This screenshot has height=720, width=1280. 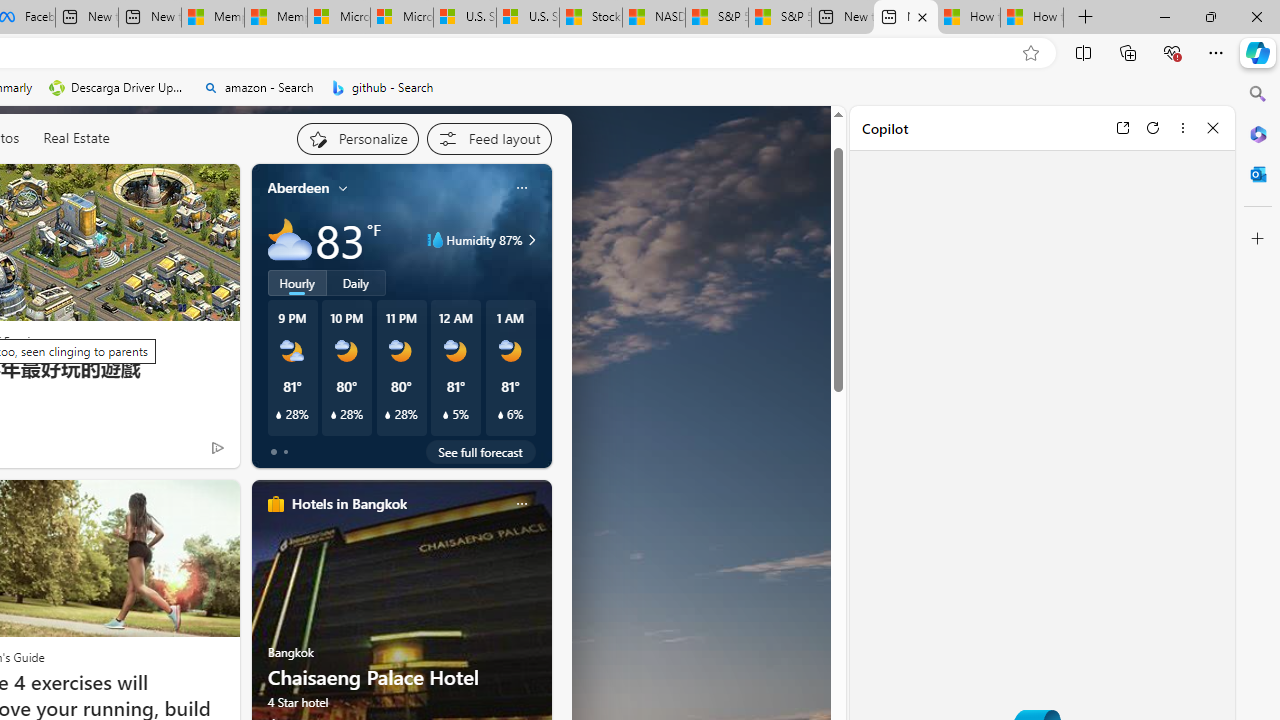 What do you see at coordinates (480, 451) in the screenshot?
I see `'See full forecast'` at bounding box center [480, 451].